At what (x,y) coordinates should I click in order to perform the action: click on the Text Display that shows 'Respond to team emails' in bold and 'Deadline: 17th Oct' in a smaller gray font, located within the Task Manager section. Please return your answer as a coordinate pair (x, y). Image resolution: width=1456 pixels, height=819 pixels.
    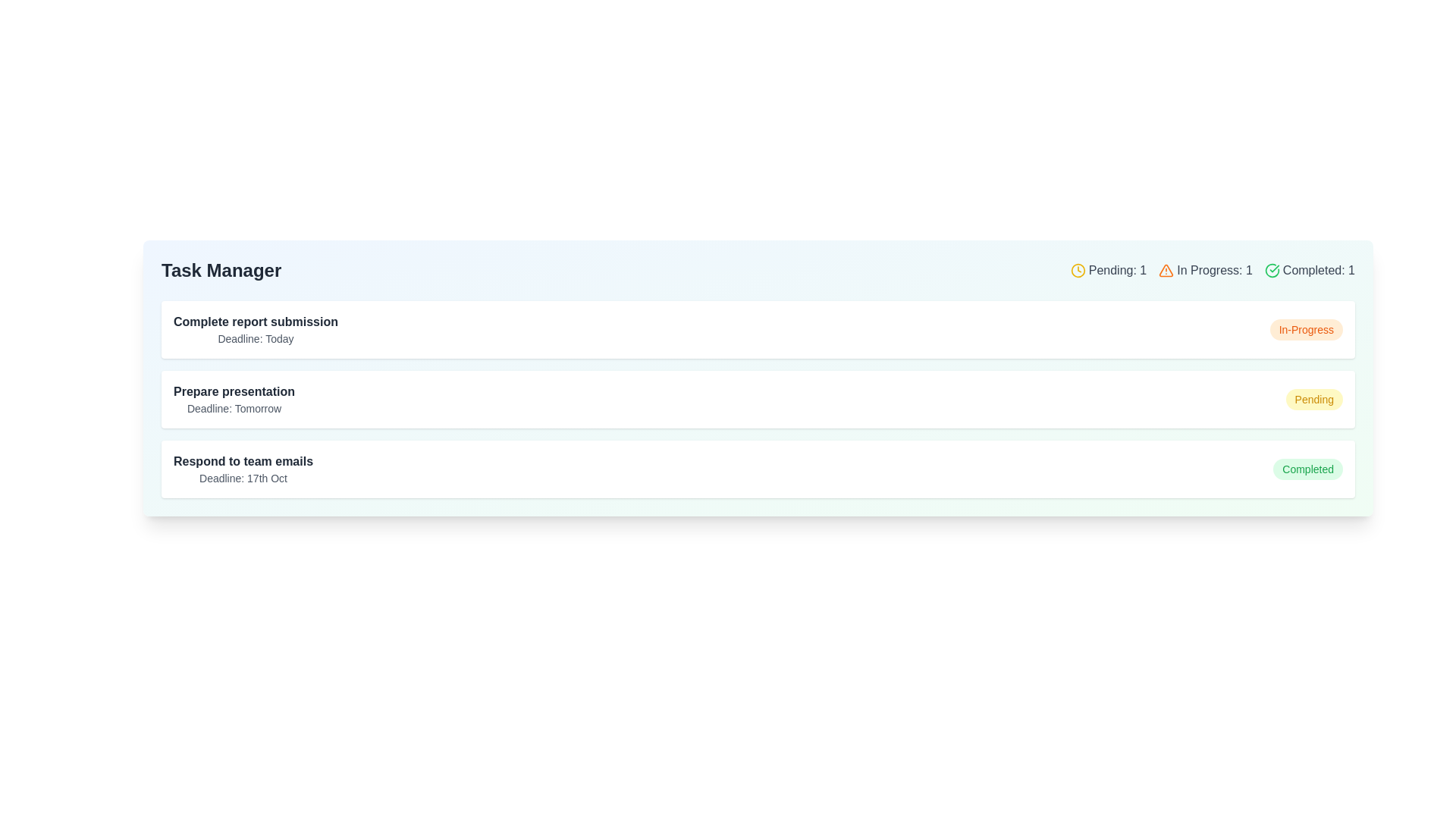
    Looking at the image, I should click on (243, 468).